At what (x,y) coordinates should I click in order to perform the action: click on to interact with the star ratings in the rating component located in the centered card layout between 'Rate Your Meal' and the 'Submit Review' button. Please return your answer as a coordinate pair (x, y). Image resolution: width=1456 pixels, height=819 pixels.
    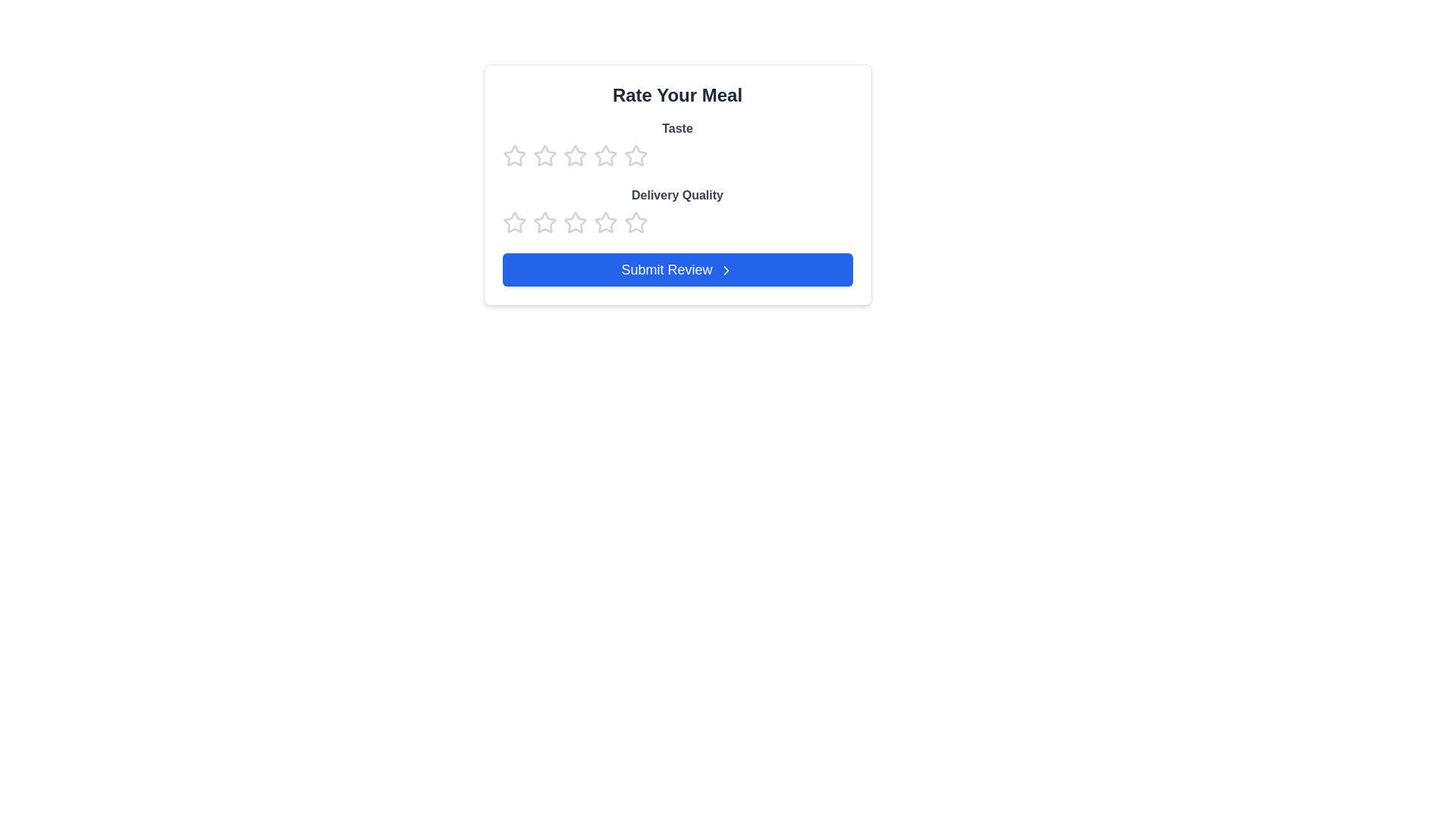
    Looking at the image, I should click on (676, 177).